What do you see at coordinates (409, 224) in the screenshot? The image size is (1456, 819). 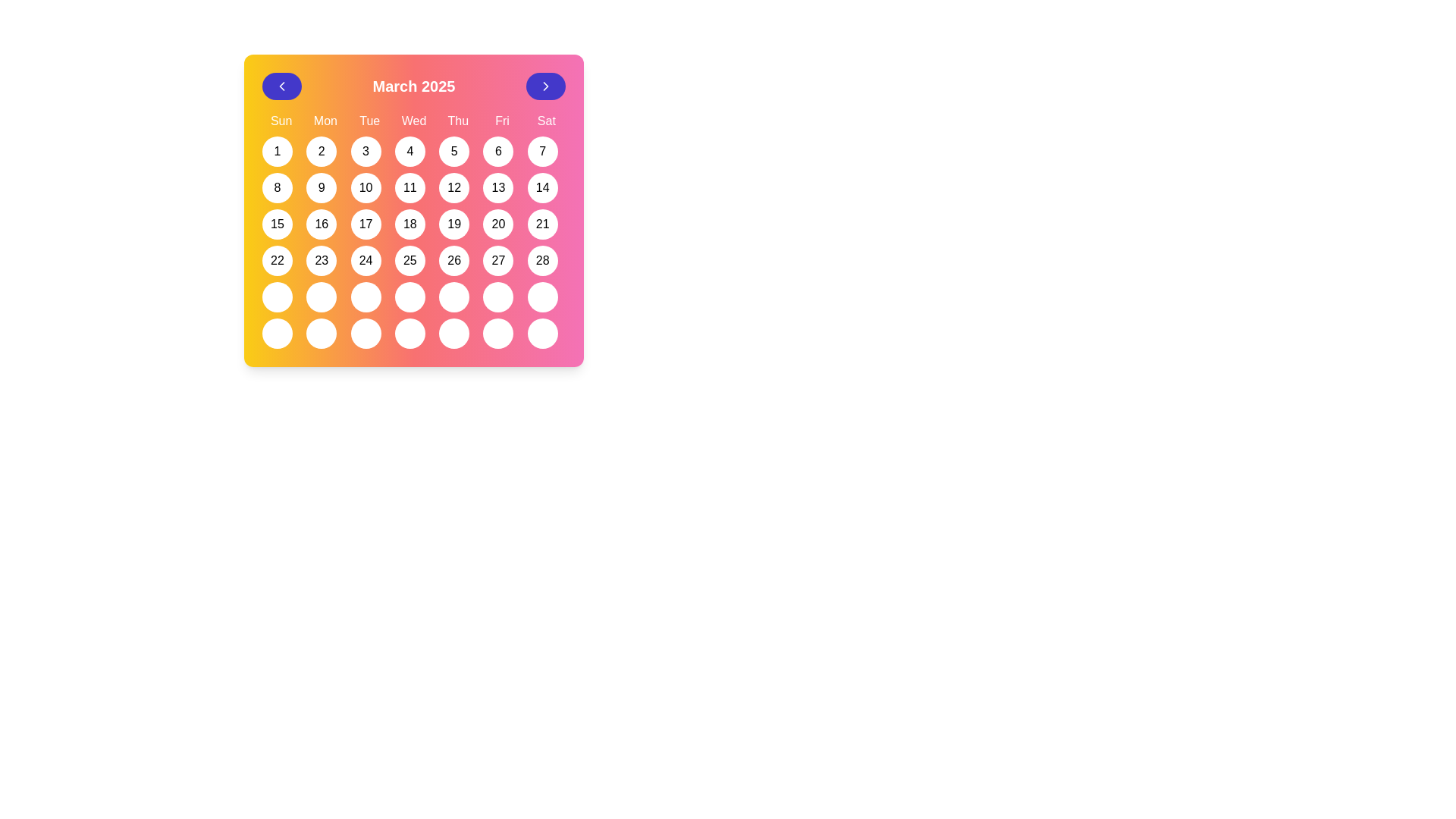 I see `the button representing the date '18' in the calendar grid located in the fourth cell of the row starting with '15' and '16'` at bounding box center [409, 224].